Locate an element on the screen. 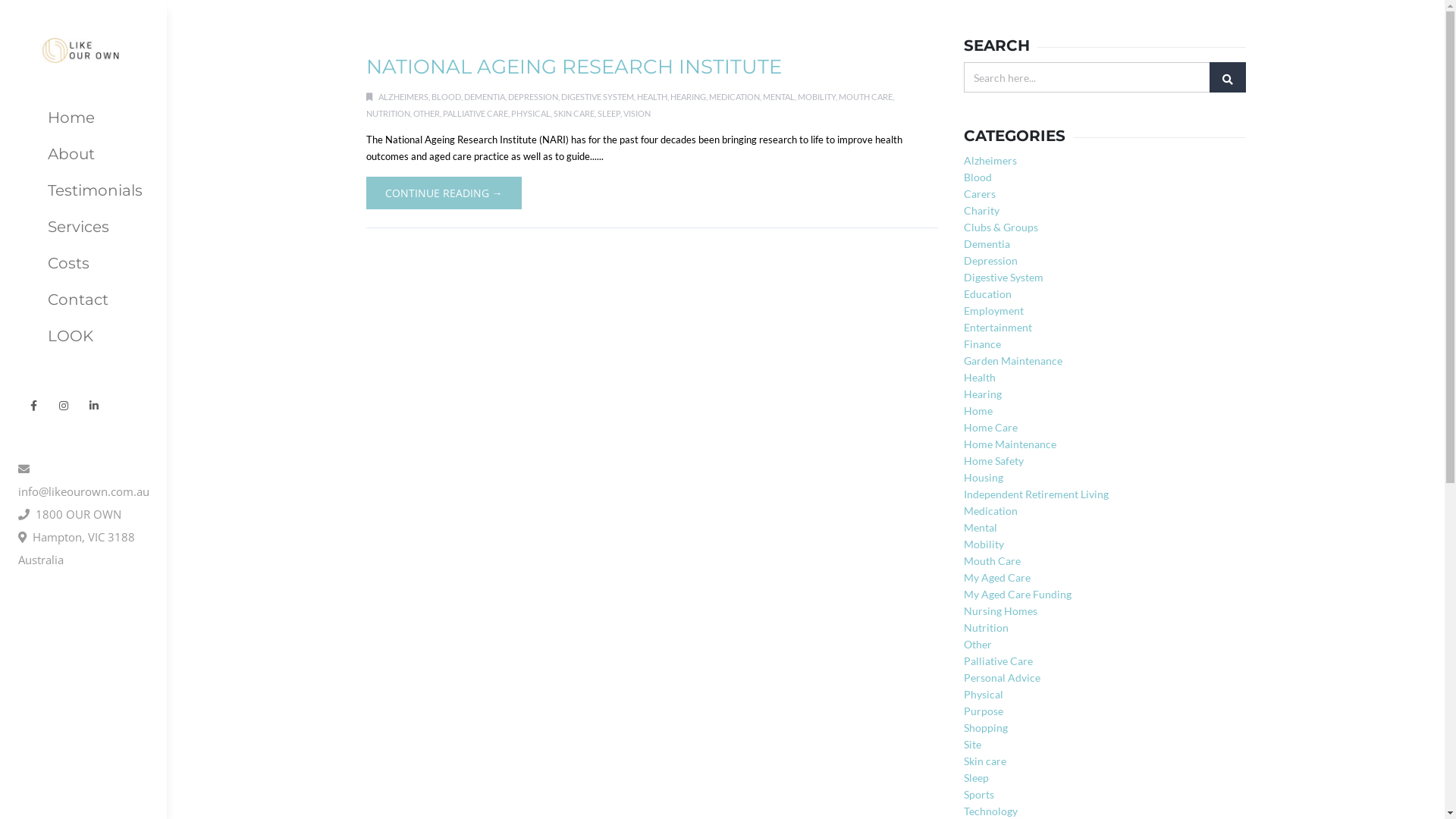 The width and height of the screenshot is (1456, 819). 'Home Safety' is located at coordinates (993, 460).